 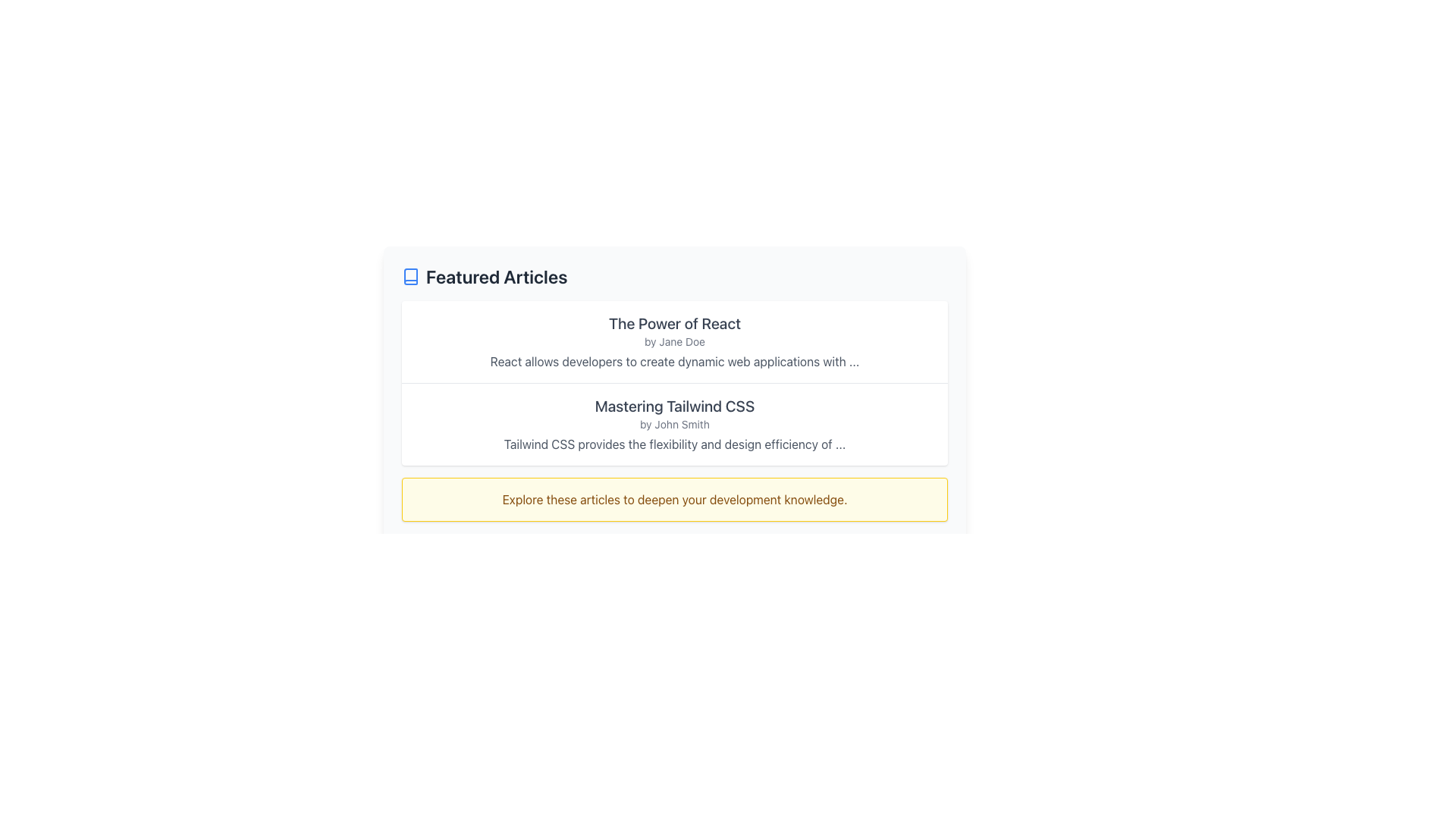 What do you see at coordinates (673, 342) in the screenshot?
I see `informational text block about 'The Power of React' located at the top of the 'Featured Articles' card` at bounding box center [673, 342].